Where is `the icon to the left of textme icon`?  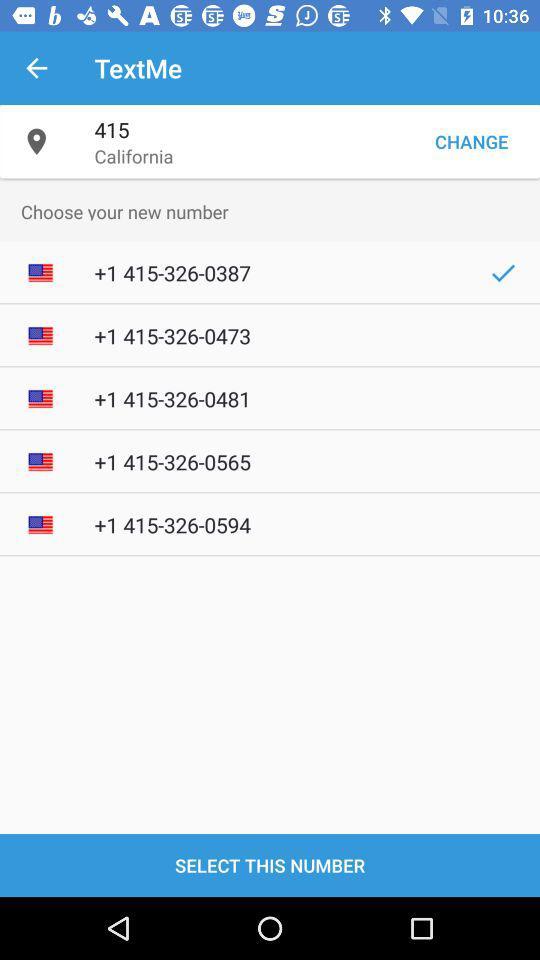
the icon to the left of textme icon is located at coordinates (36, 68).